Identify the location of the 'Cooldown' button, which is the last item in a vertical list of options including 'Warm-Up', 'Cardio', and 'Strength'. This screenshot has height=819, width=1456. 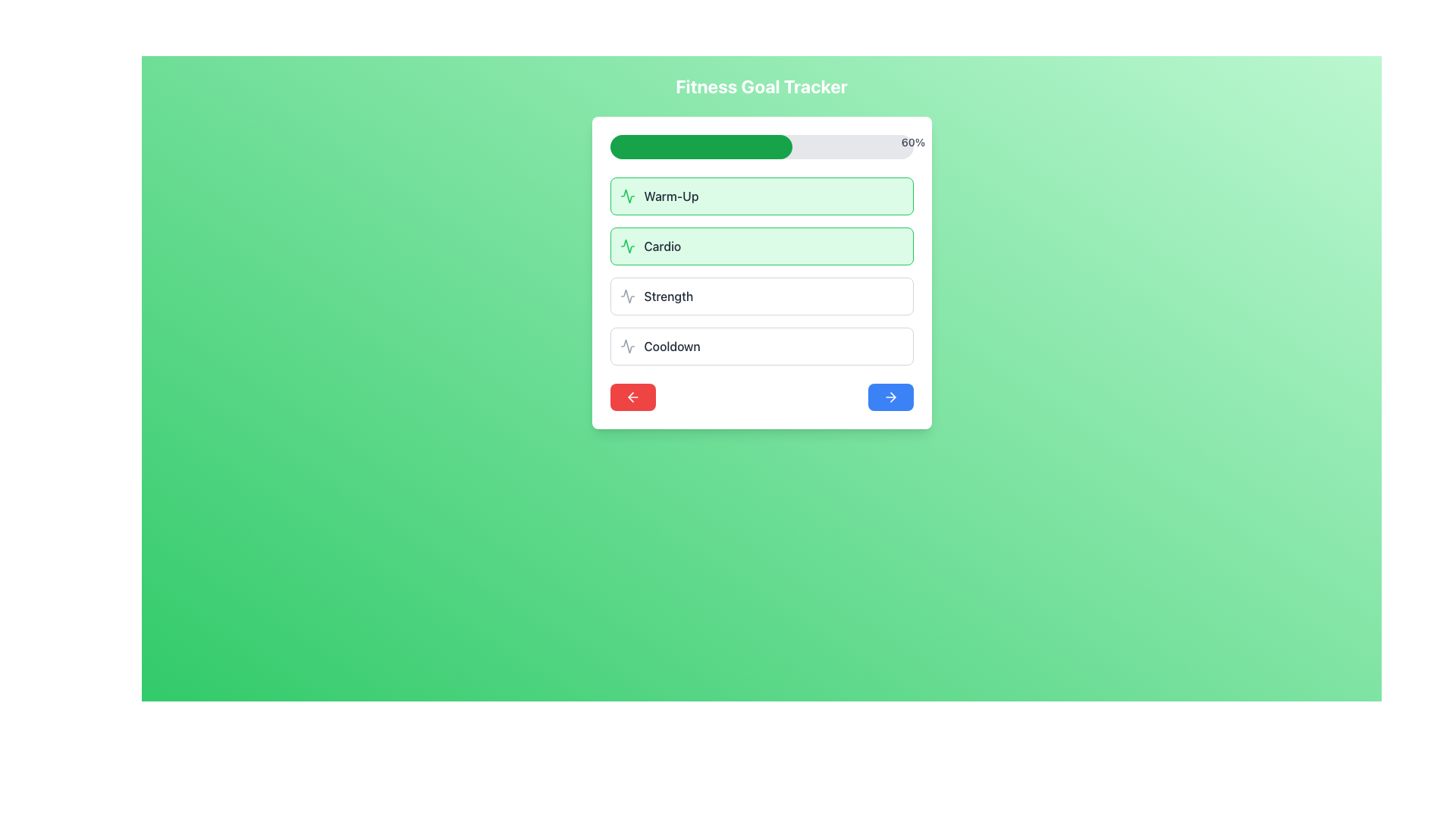
(761, 346).